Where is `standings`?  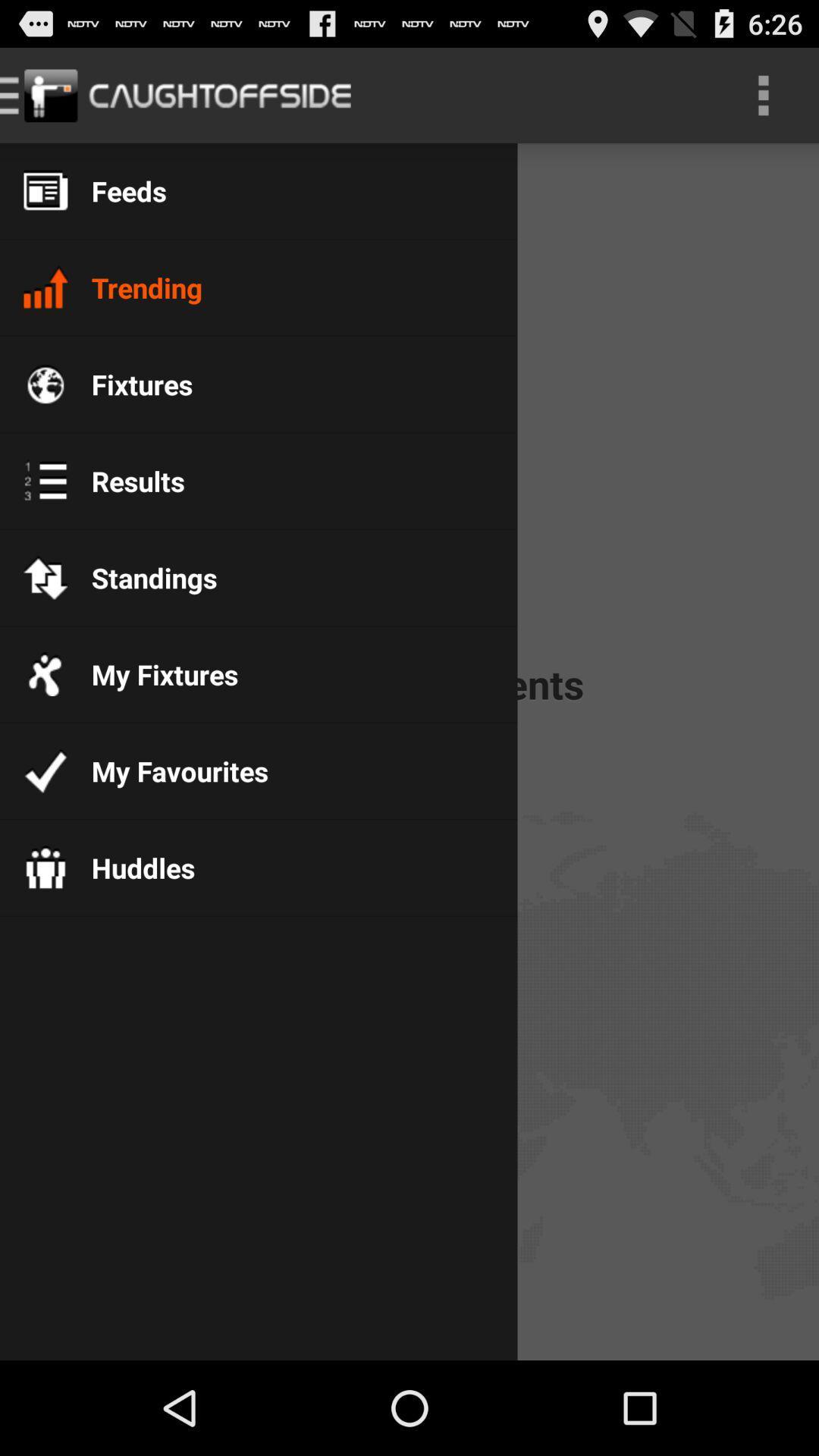 standings is located at coordinates (142, 577).